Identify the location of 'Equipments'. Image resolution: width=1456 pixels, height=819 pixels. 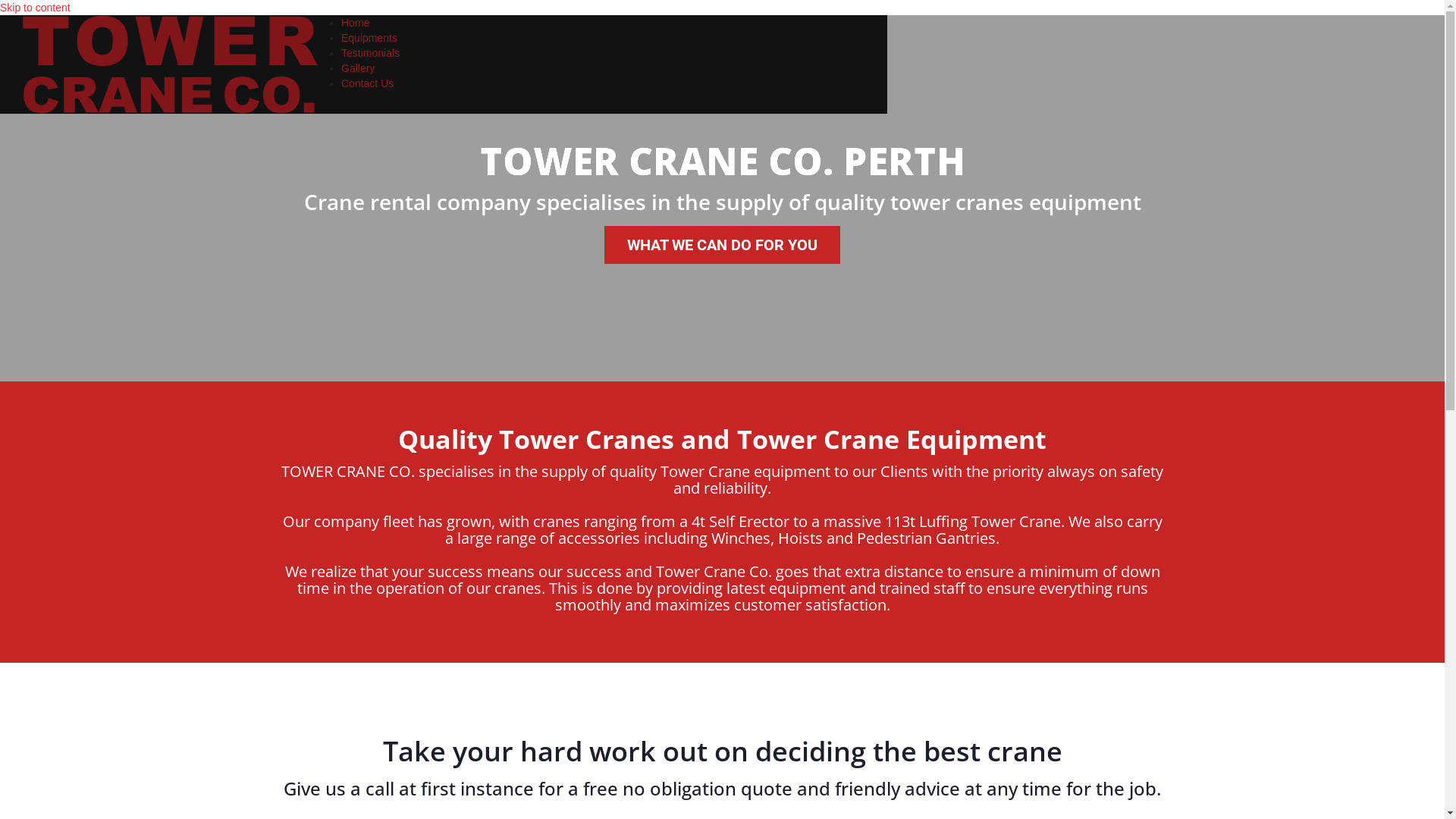
(369, 37).